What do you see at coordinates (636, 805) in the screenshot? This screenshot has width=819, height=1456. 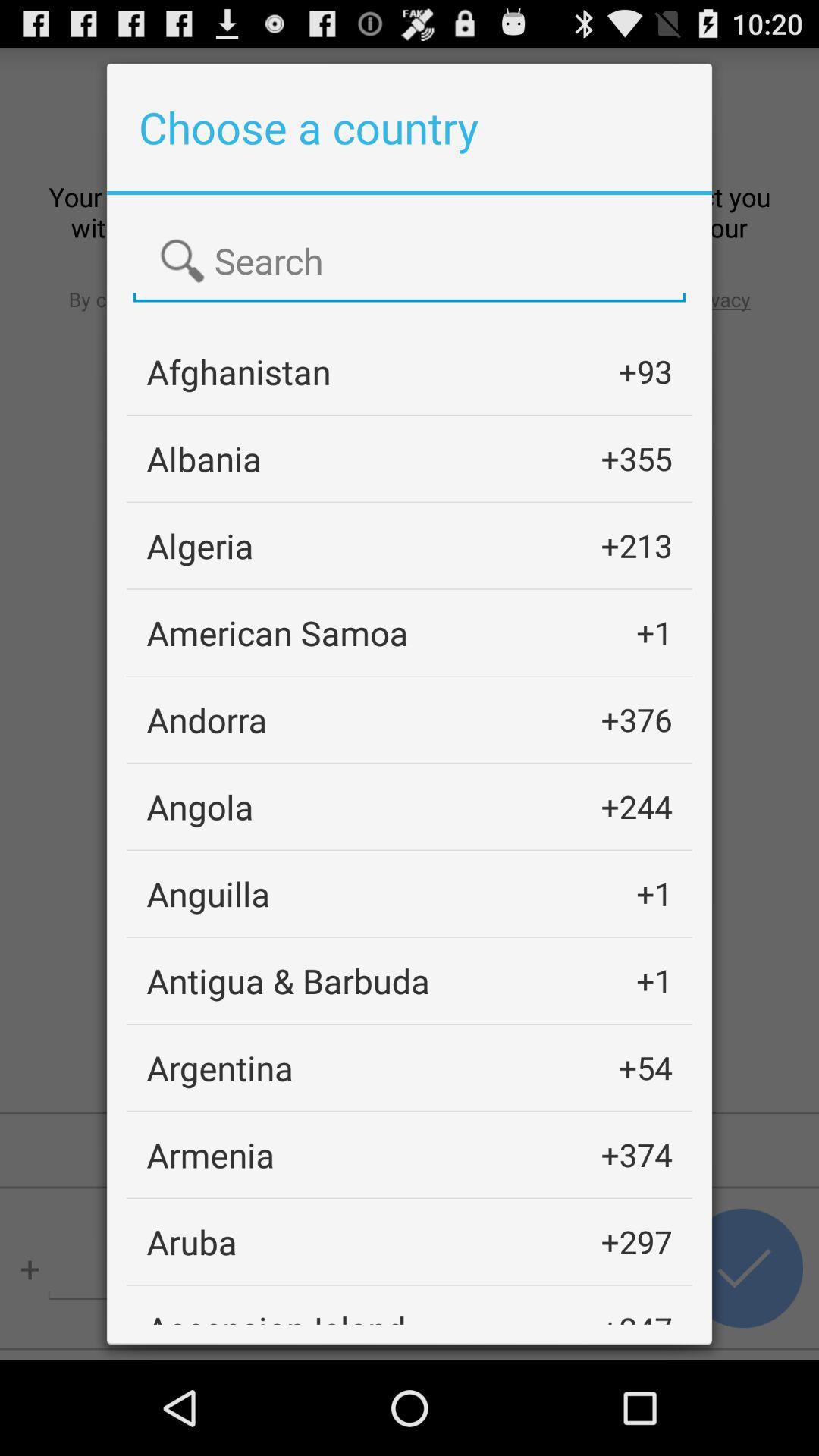 I see `the app above the +1 icon` at bounding box center [636, 805].